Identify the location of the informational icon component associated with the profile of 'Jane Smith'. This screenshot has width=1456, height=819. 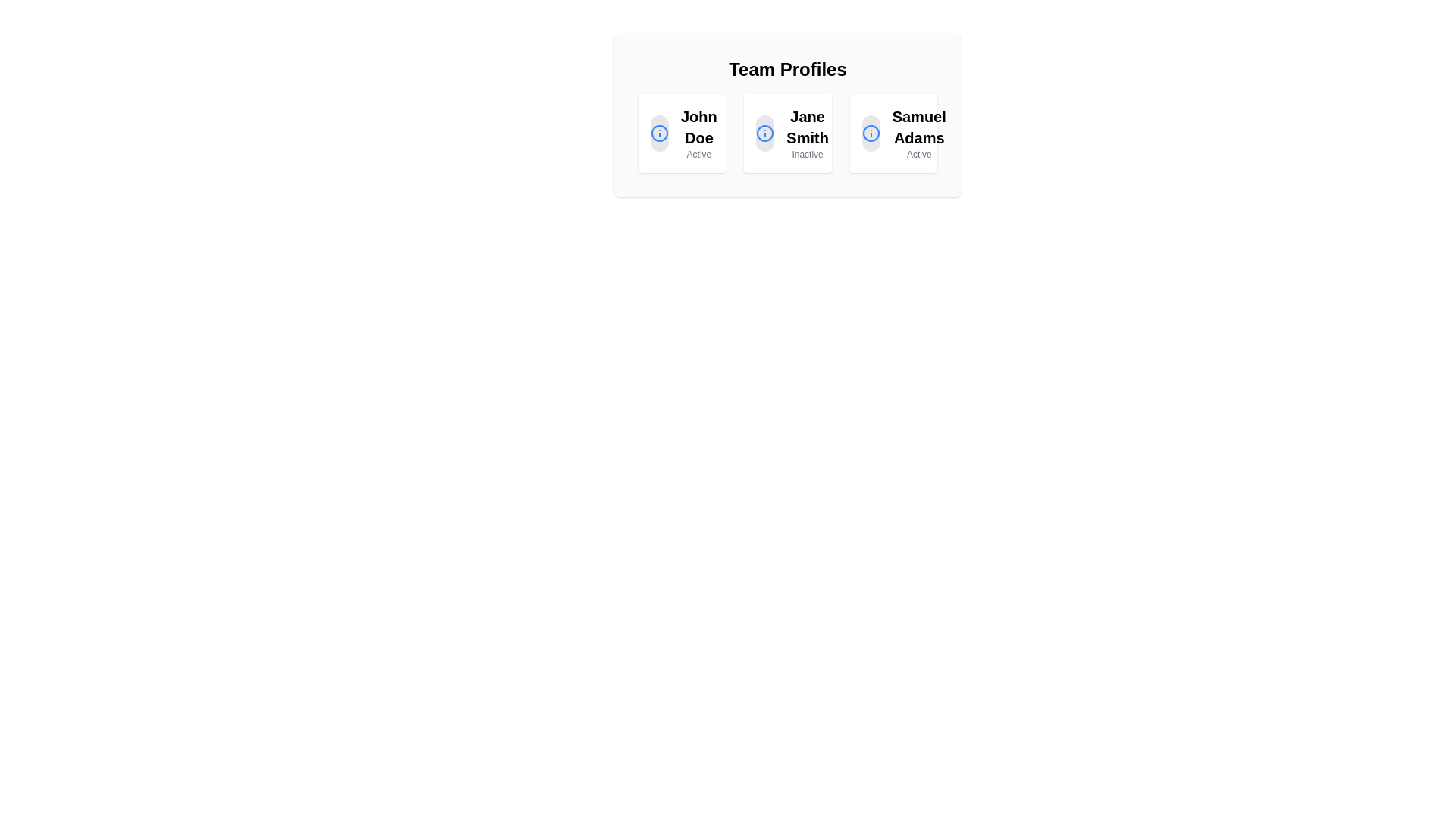
(765, 133).